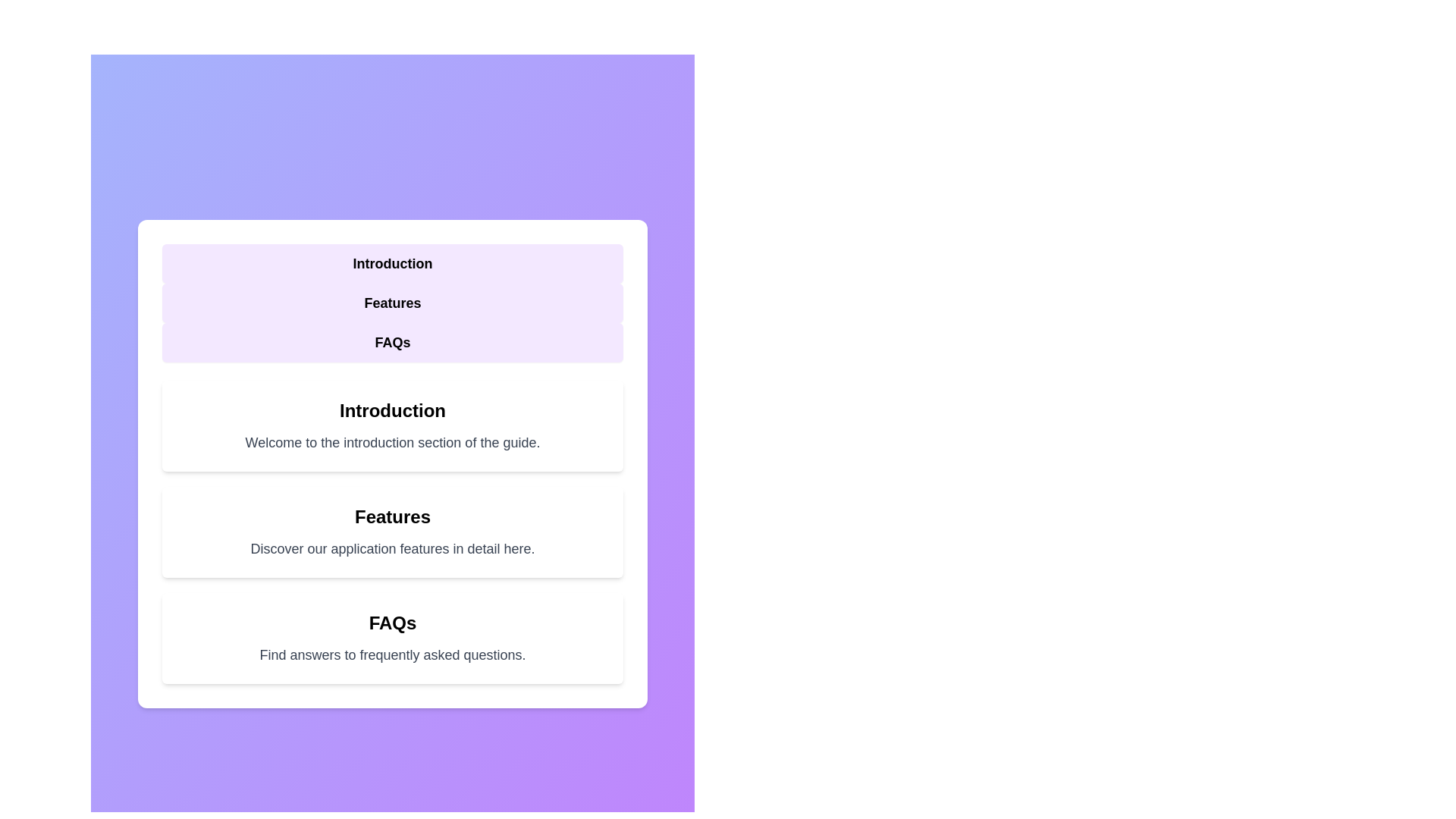 Image resolution: width=1456 pixels, height=819 pixels. I want to click on the Informational card titled 'Features' which contains a description about application features, located at the center of the interface with a white background and rounded corners, so click(393, 532).